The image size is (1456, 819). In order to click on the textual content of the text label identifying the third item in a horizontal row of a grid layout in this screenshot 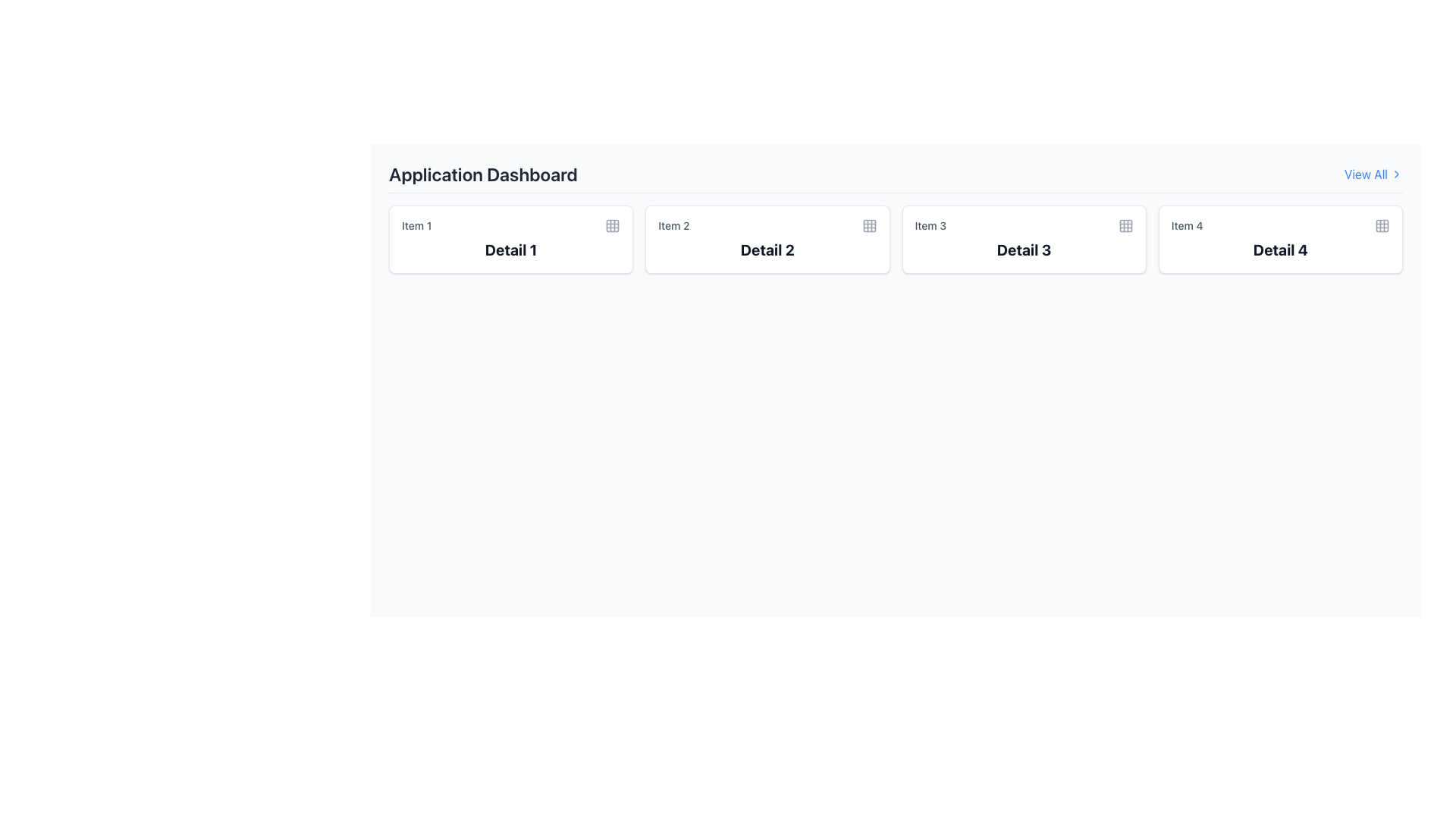, I will do `click(930, 225)`.